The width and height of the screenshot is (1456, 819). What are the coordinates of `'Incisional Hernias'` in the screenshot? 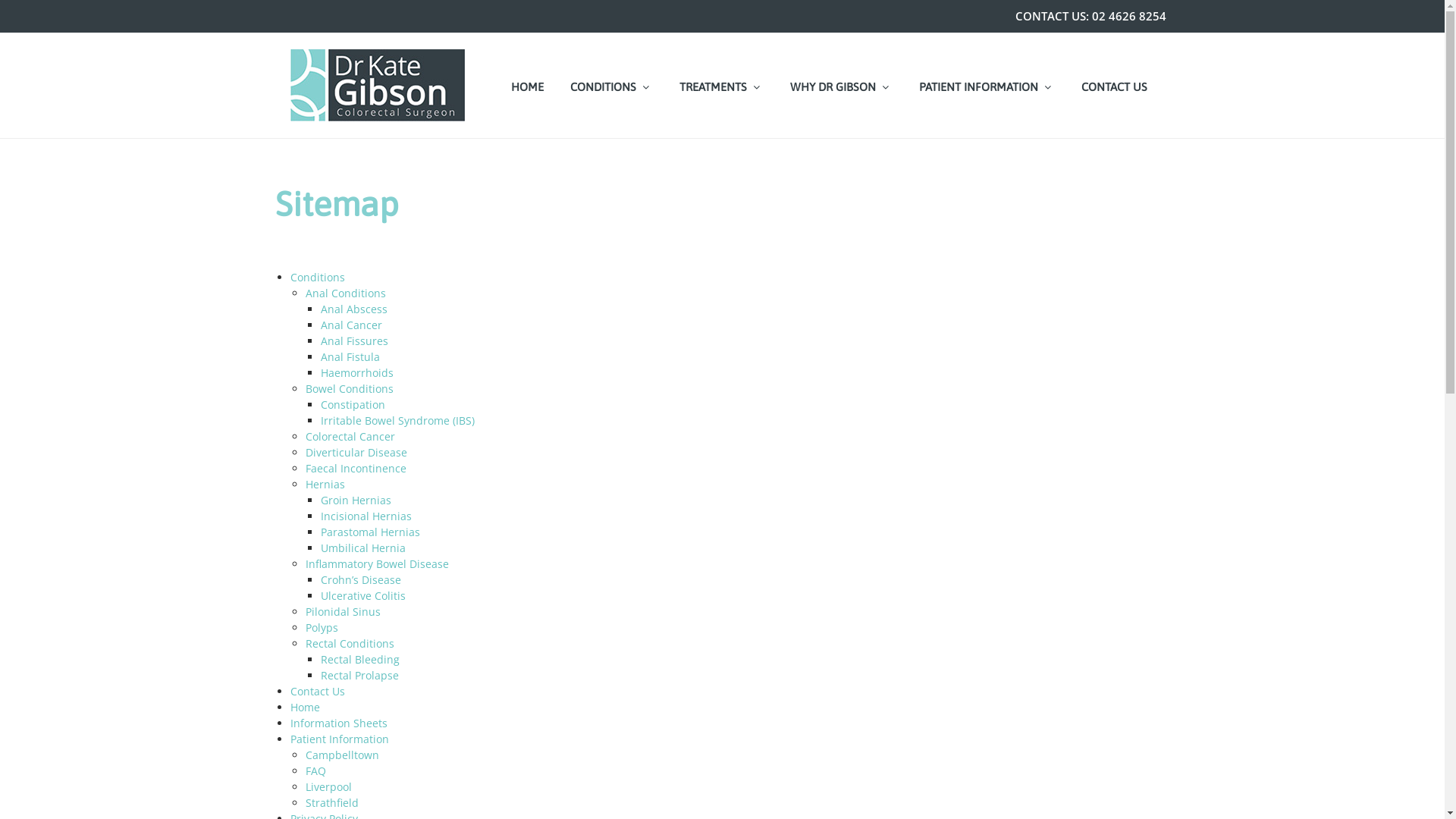 It's located at (365, 515).